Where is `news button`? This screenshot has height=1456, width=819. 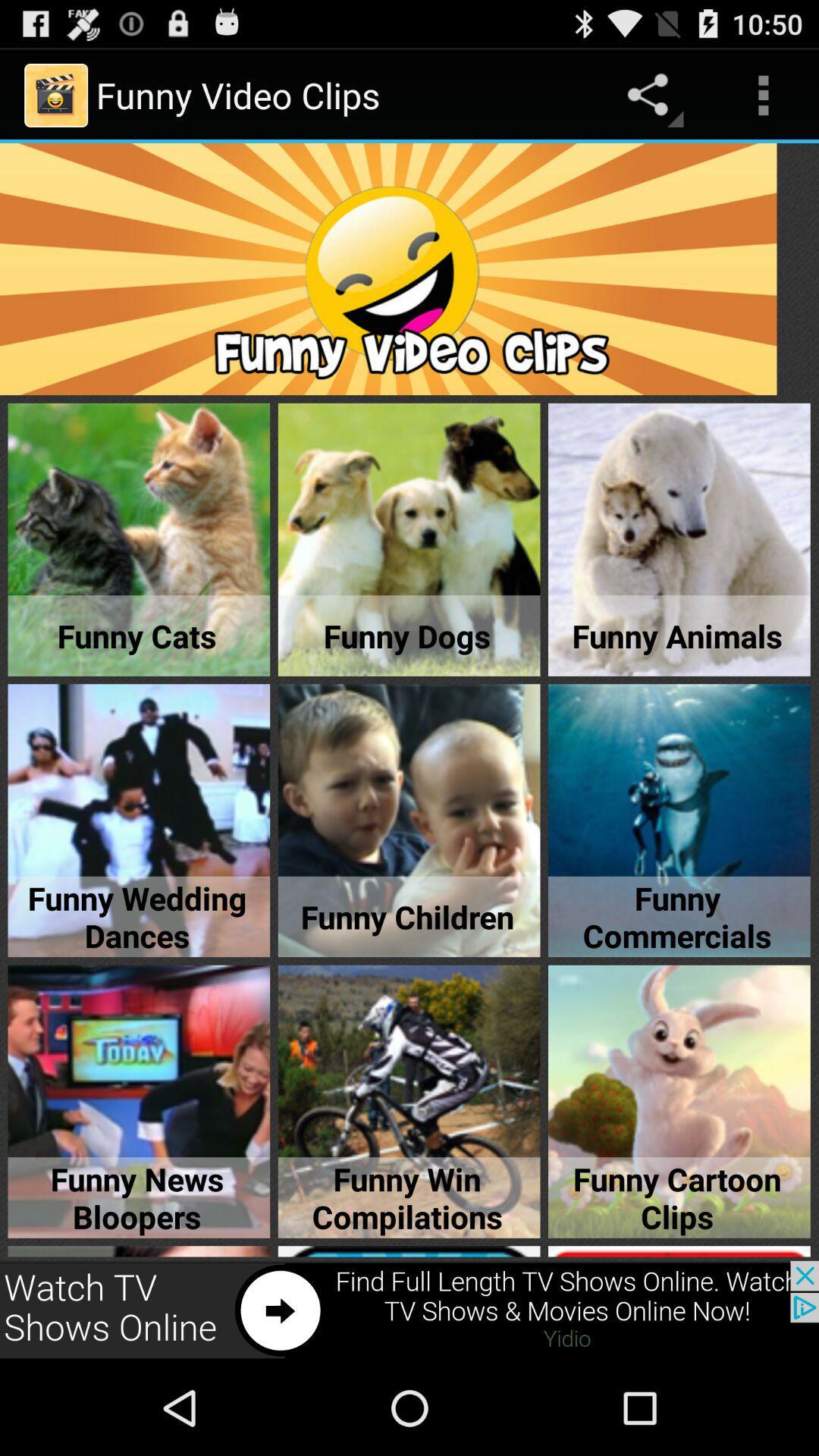 news button is located at coordinates (409, 1310).